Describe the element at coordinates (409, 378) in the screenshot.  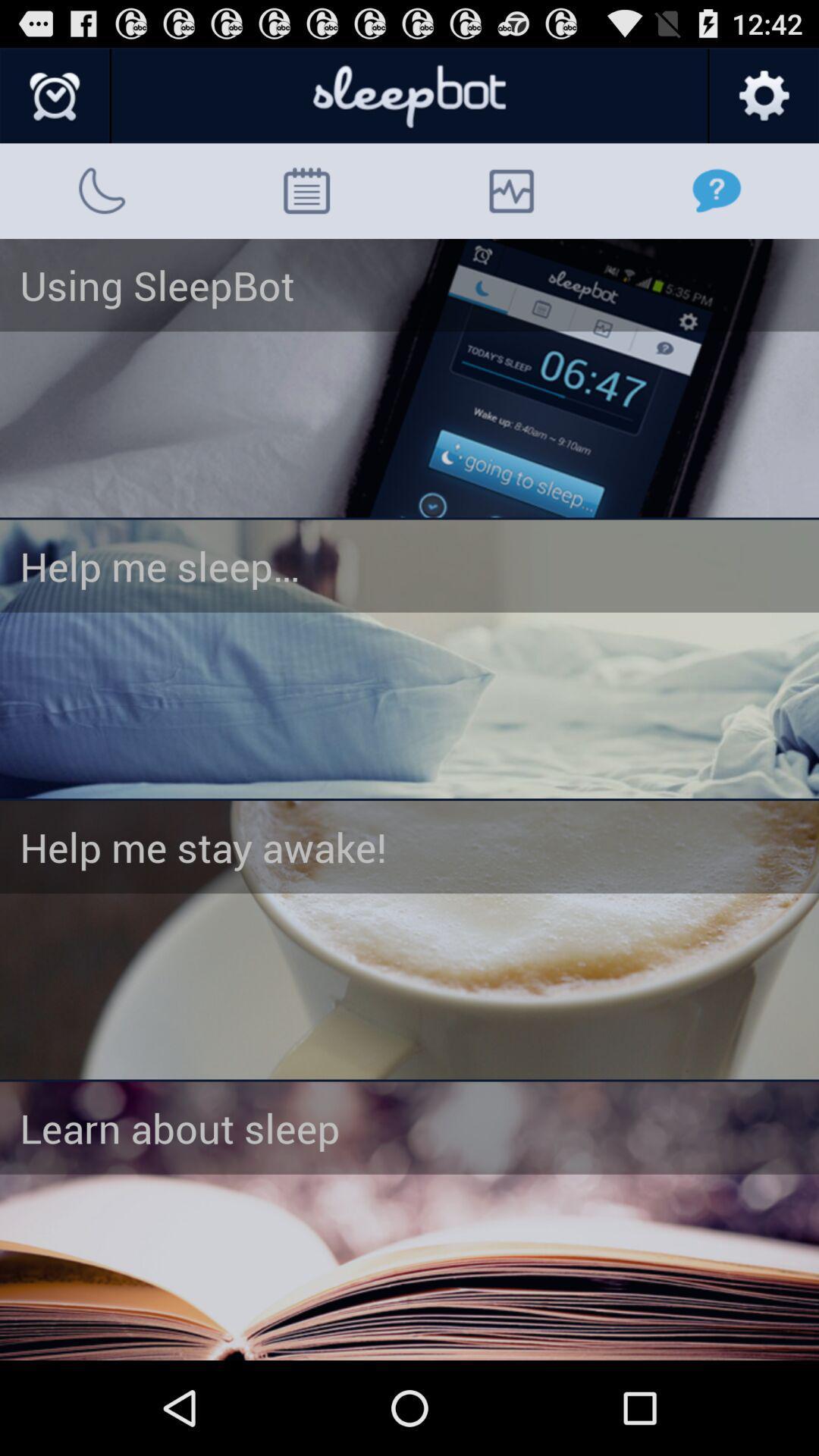
I see `using sleepbot menu` at that location.